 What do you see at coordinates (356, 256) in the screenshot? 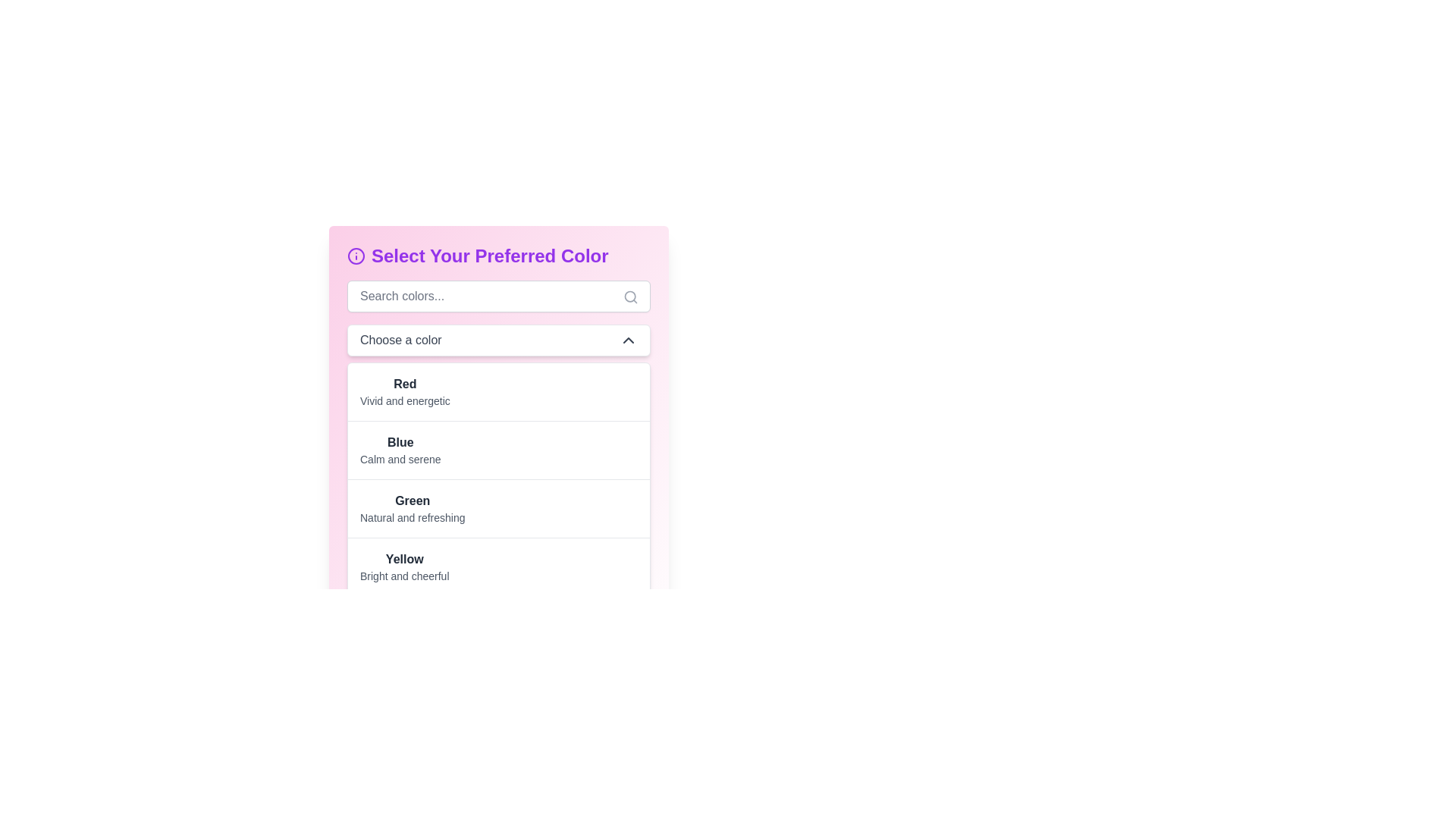
I see `the outermost circle in the graphical representation that signifies information in the 'Select Your Preferred Color' section, located above the search bar` at bounding box center [356, 256].